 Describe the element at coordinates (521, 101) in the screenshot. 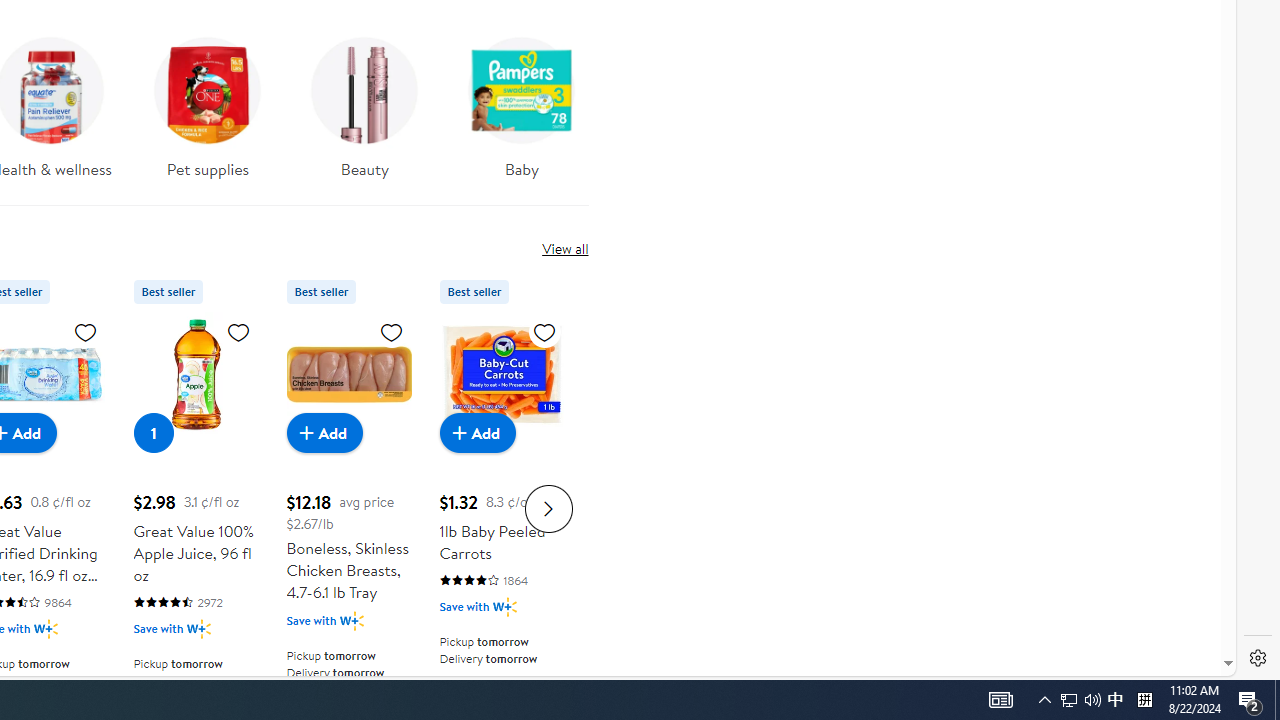

I see `'Baby'` at that location.